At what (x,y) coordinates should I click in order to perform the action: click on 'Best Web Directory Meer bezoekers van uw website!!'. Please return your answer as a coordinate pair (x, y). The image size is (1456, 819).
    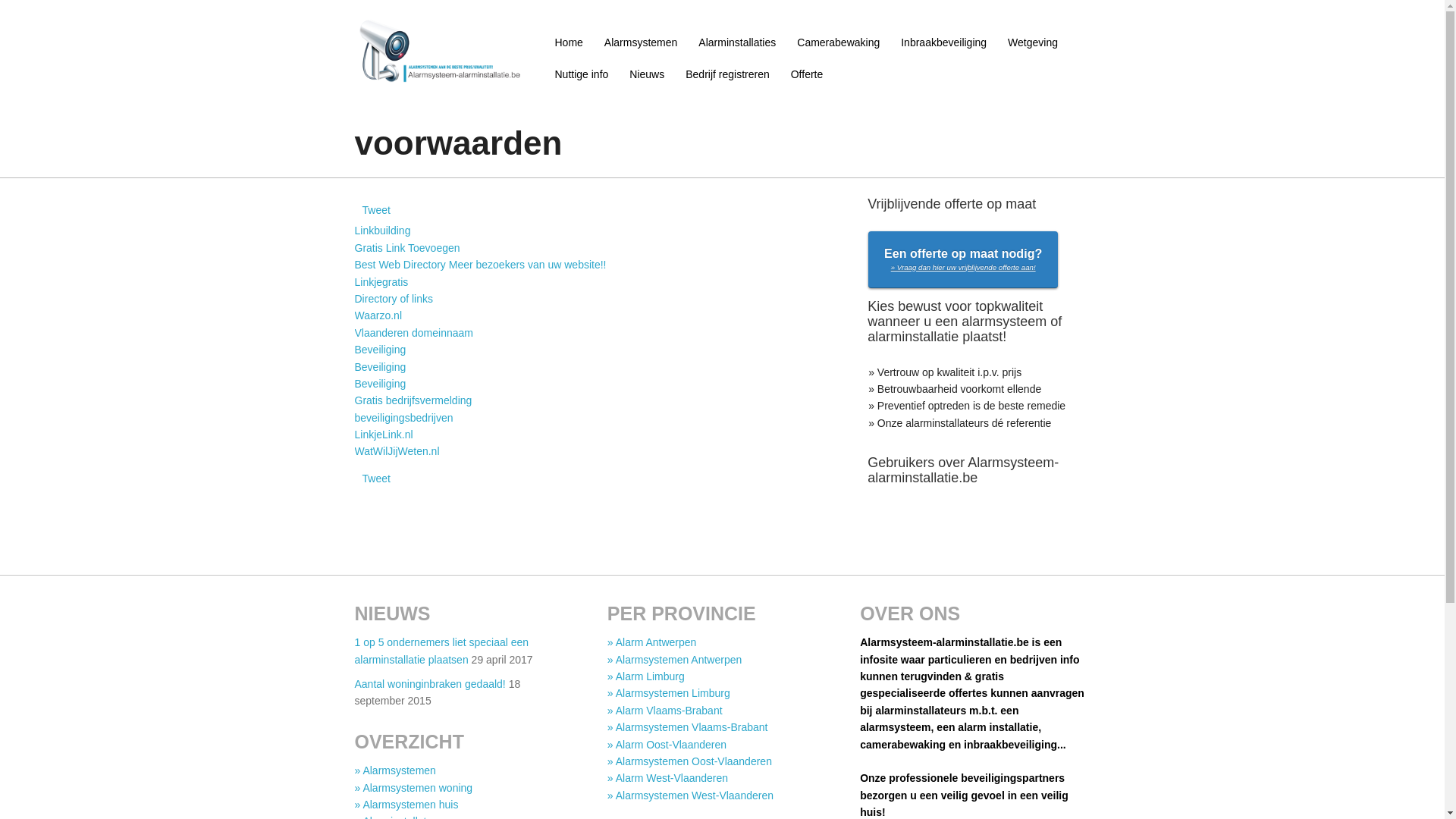
    Looking at the image, I should click on (479, 263).